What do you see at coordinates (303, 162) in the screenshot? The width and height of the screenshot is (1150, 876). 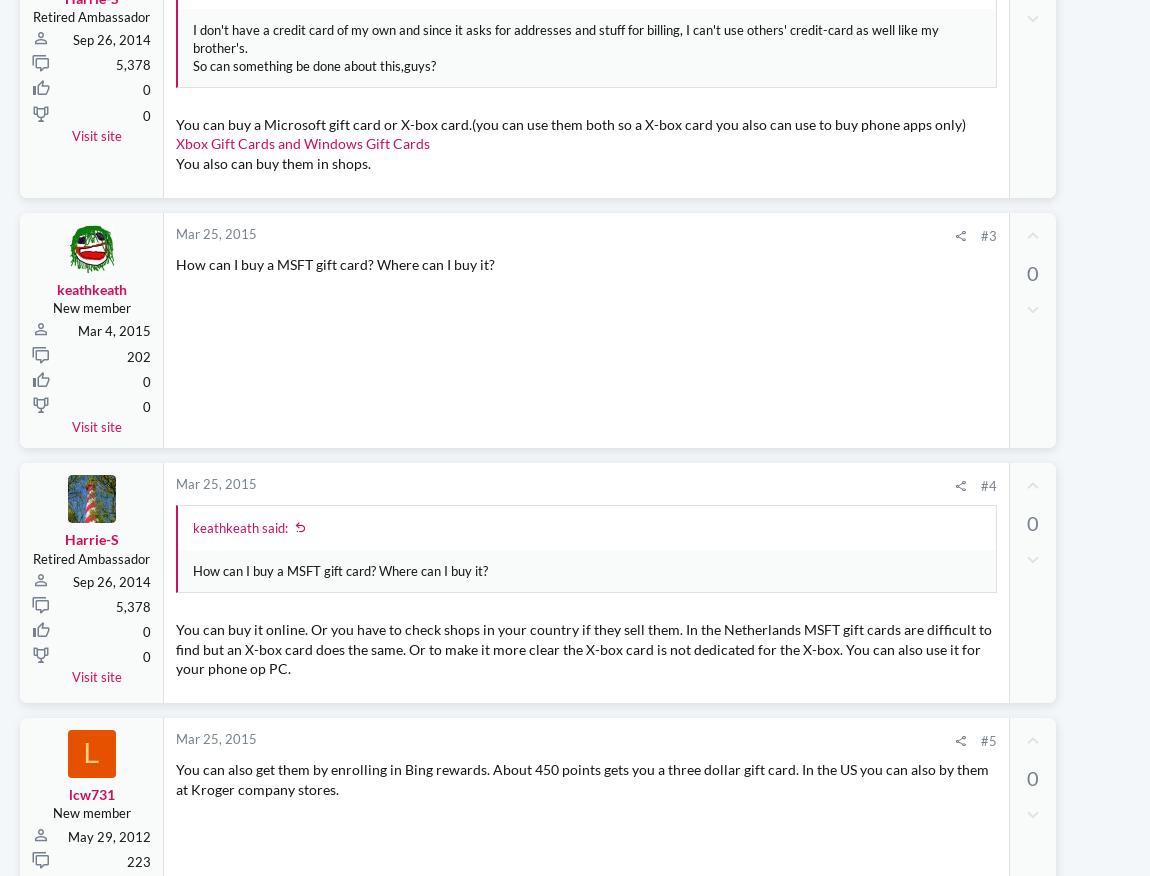 I see `'Xbox Gift Cards and Windows Gift Cards'` at bounding box center [303, 162].